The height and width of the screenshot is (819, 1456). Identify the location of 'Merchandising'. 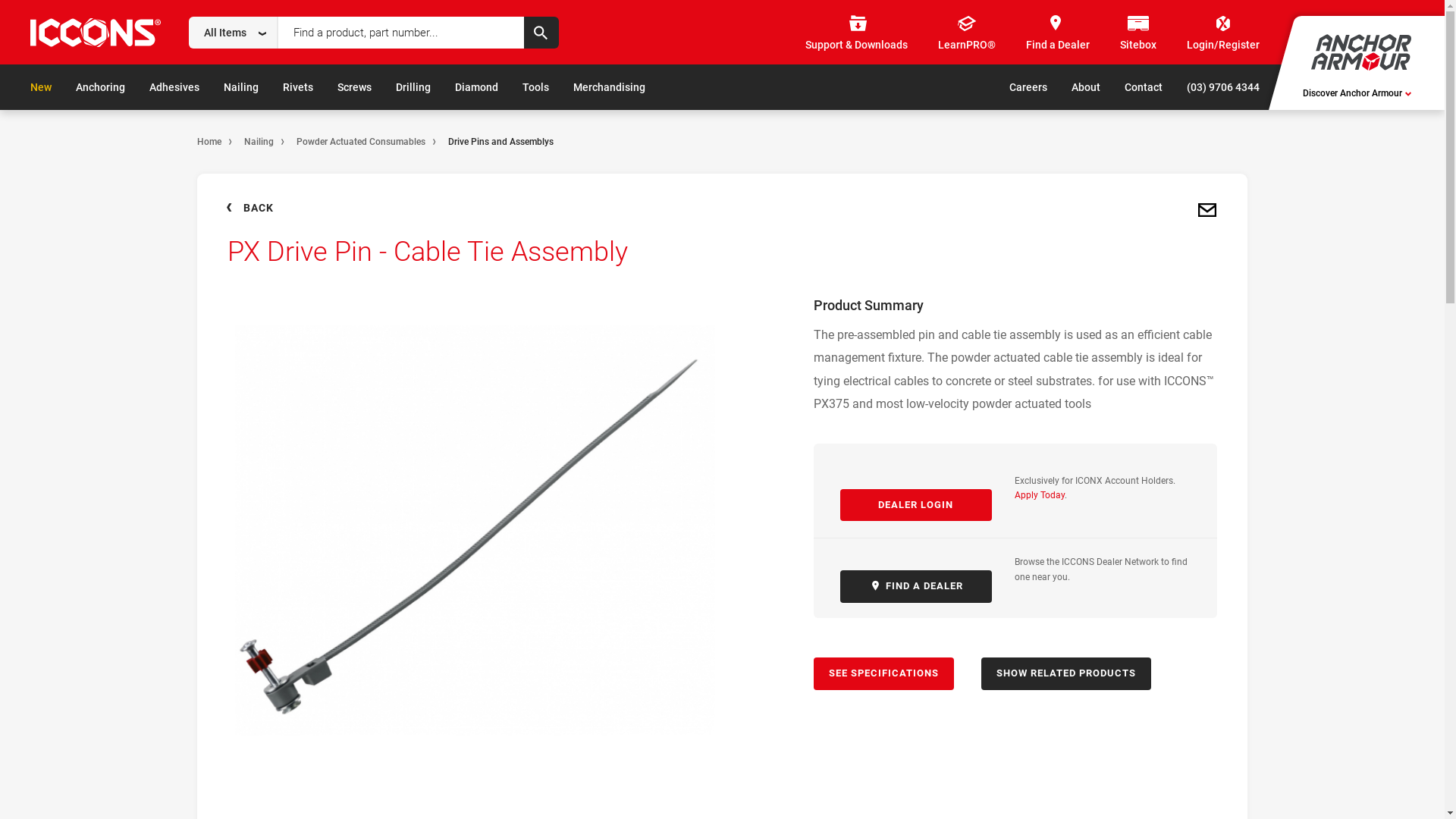
(572, 87).